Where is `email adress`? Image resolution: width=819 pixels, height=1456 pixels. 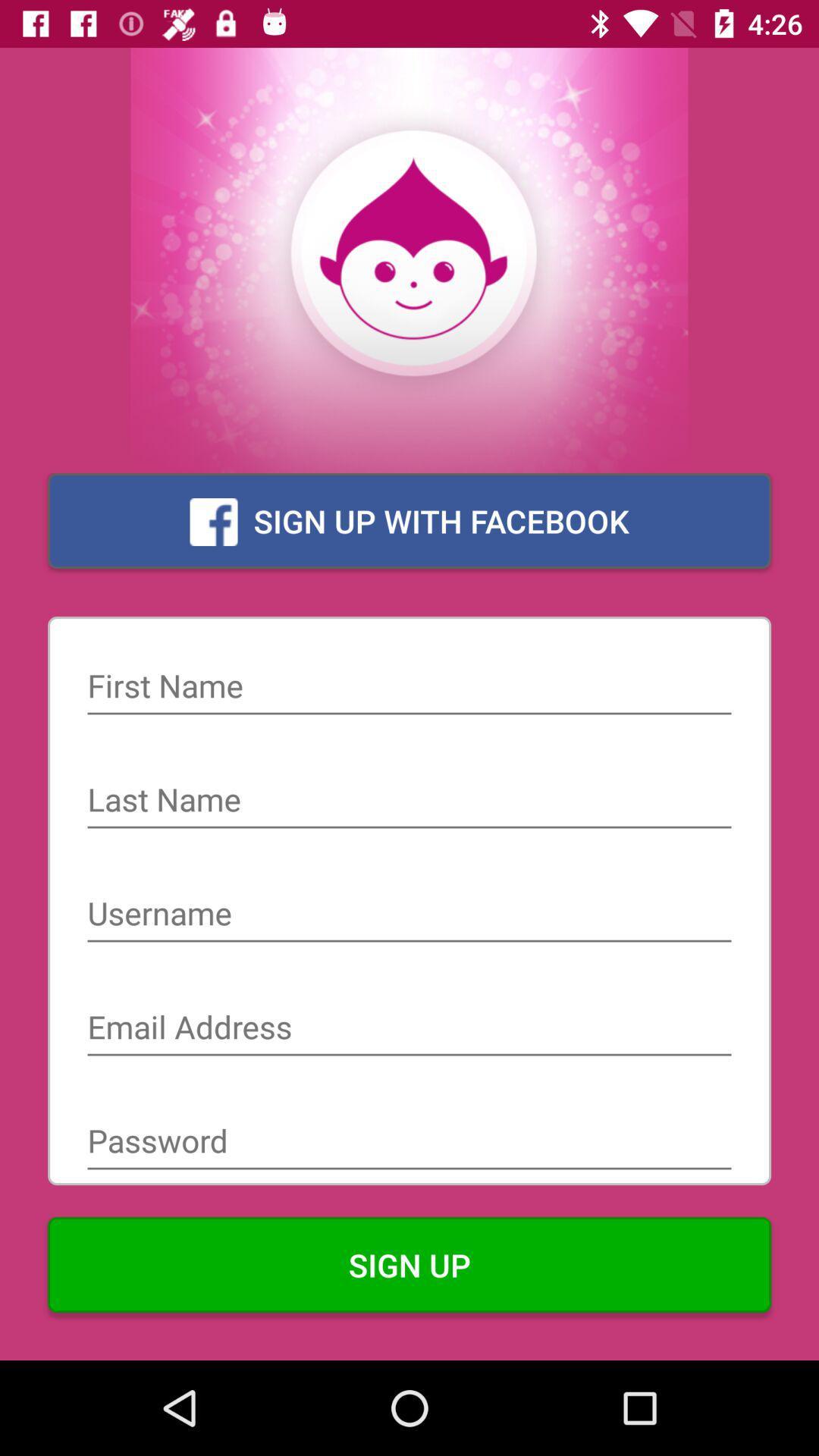
email adress is located at coordinates (409, 1029).